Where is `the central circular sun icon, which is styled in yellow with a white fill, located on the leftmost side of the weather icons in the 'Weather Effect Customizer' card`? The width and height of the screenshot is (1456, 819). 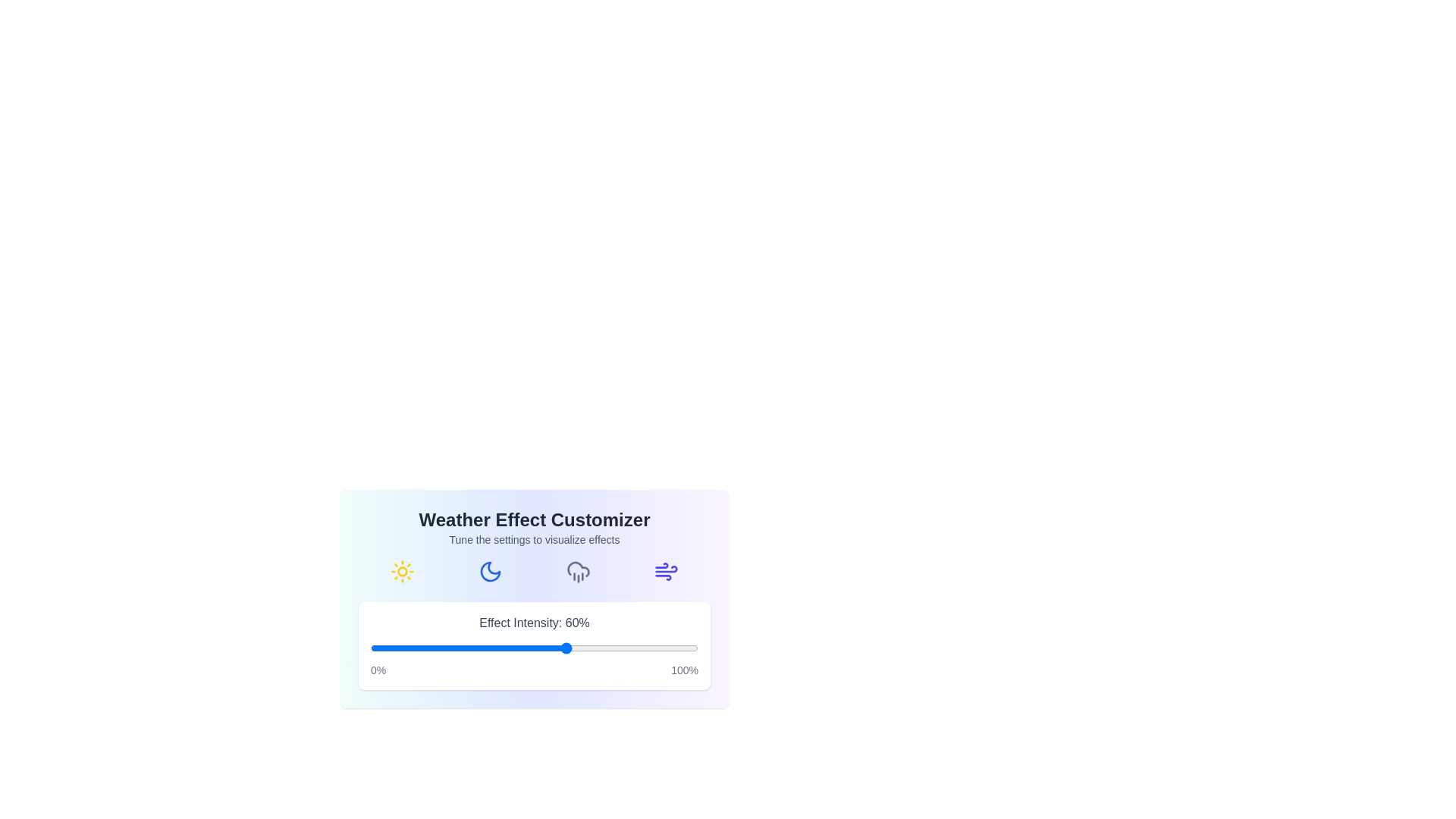 the central circular sun icon, which is styled in yellow with a white fill, located on the leftmost side of the weather icons in the 'Weather Effect Customizer' card is located at coordinates (403, 571).